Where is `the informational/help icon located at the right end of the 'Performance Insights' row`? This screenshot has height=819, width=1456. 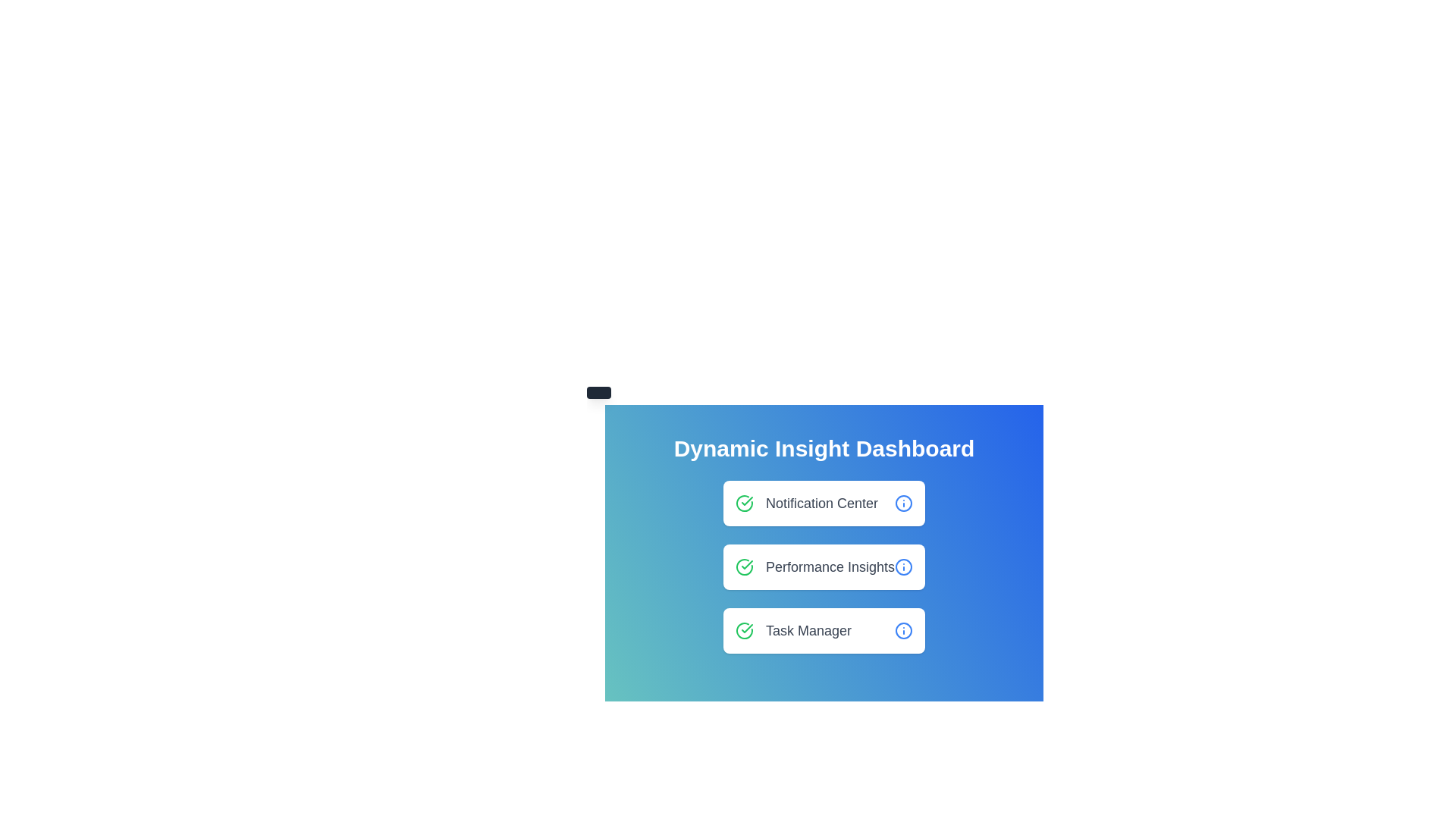
the informational/help icon located at the right end of the 'Performance Insights' row is located at coordinates (903, 567).